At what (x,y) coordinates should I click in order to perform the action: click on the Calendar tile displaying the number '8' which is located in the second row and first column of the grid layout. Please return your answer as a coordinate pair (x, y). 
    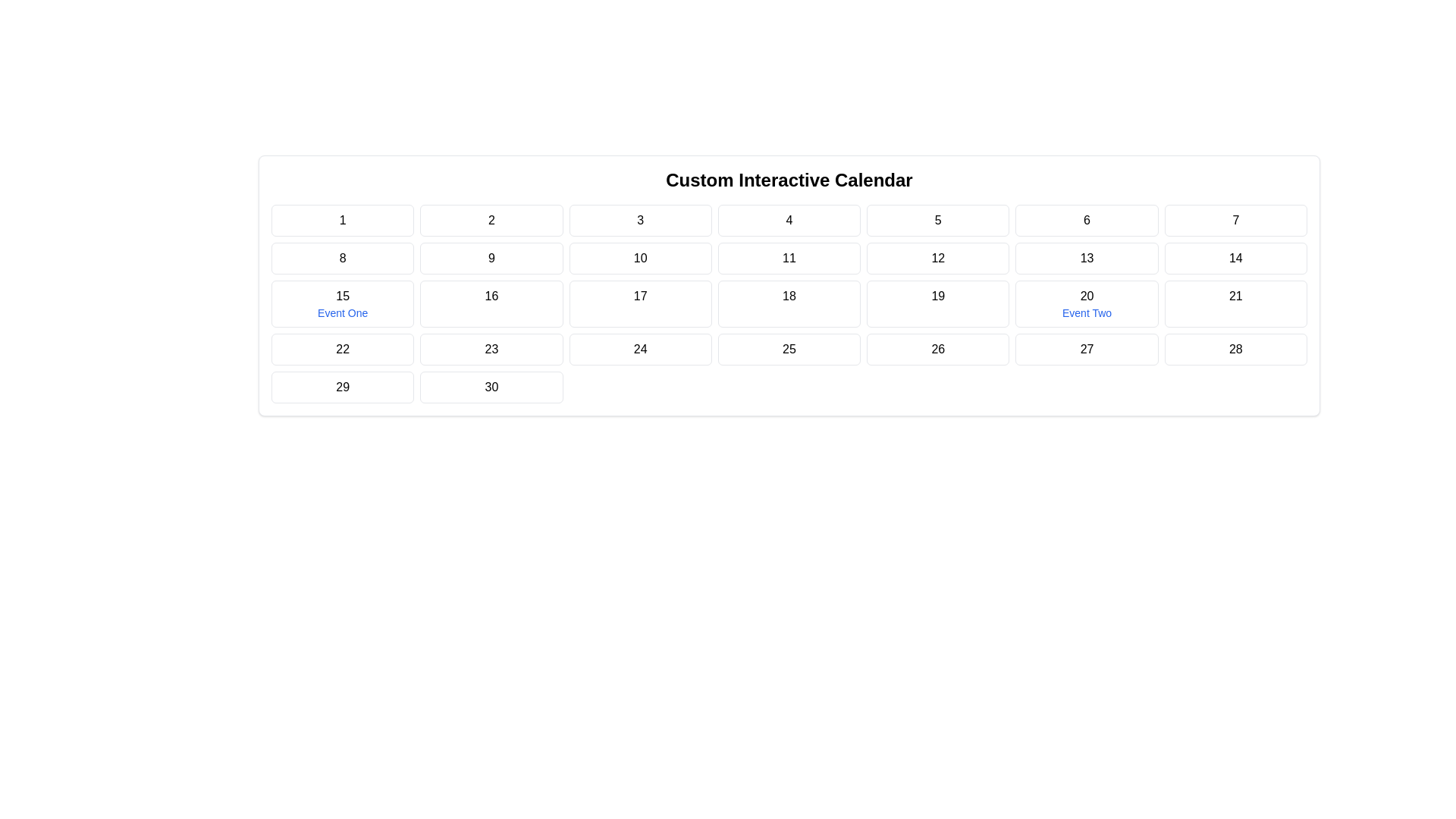
    Looking at the image, I should click on (342, 257).